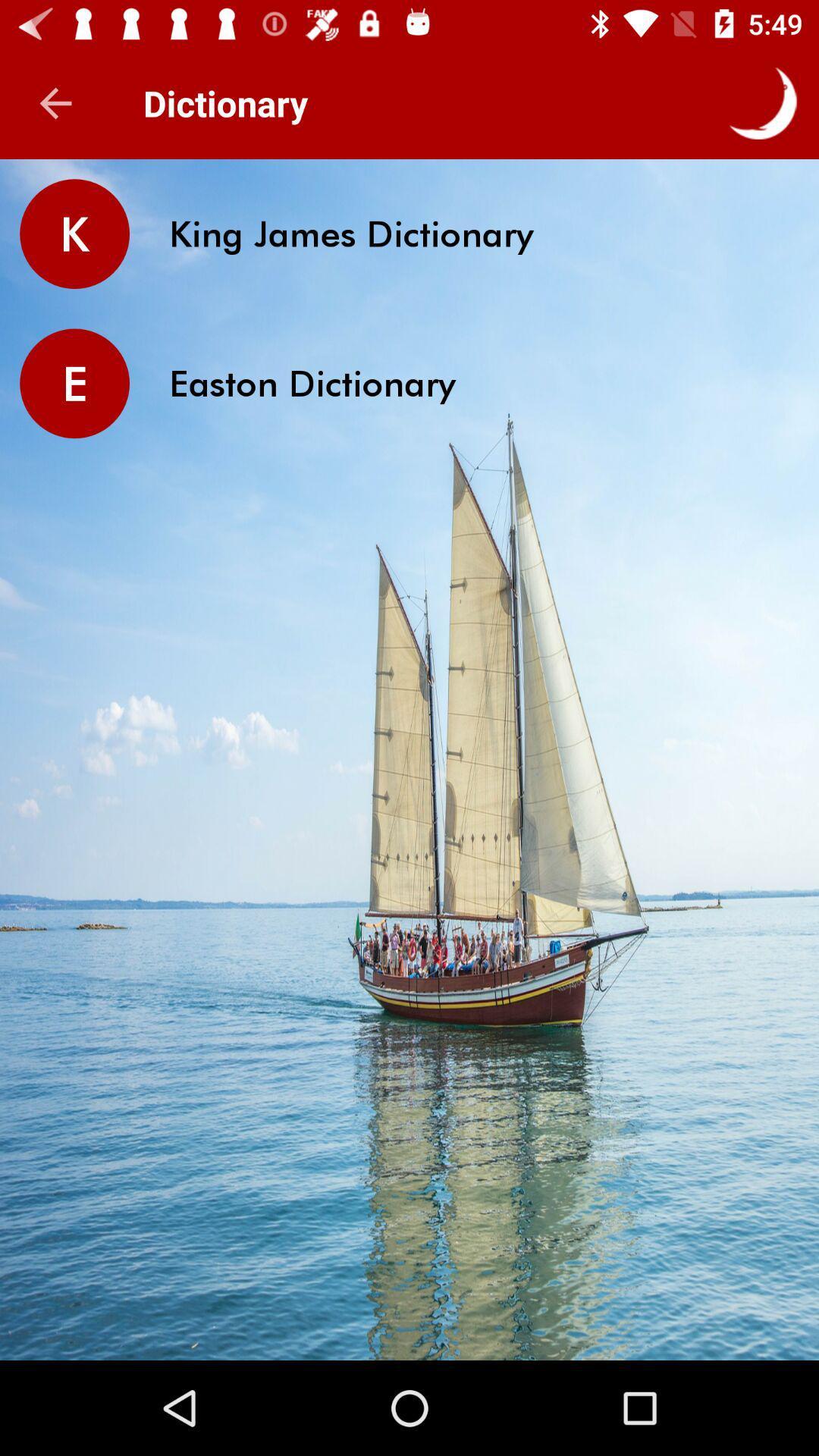 This screenshot has height=1456, width=819. I want to click on advertisement page, so click(409, 1310).